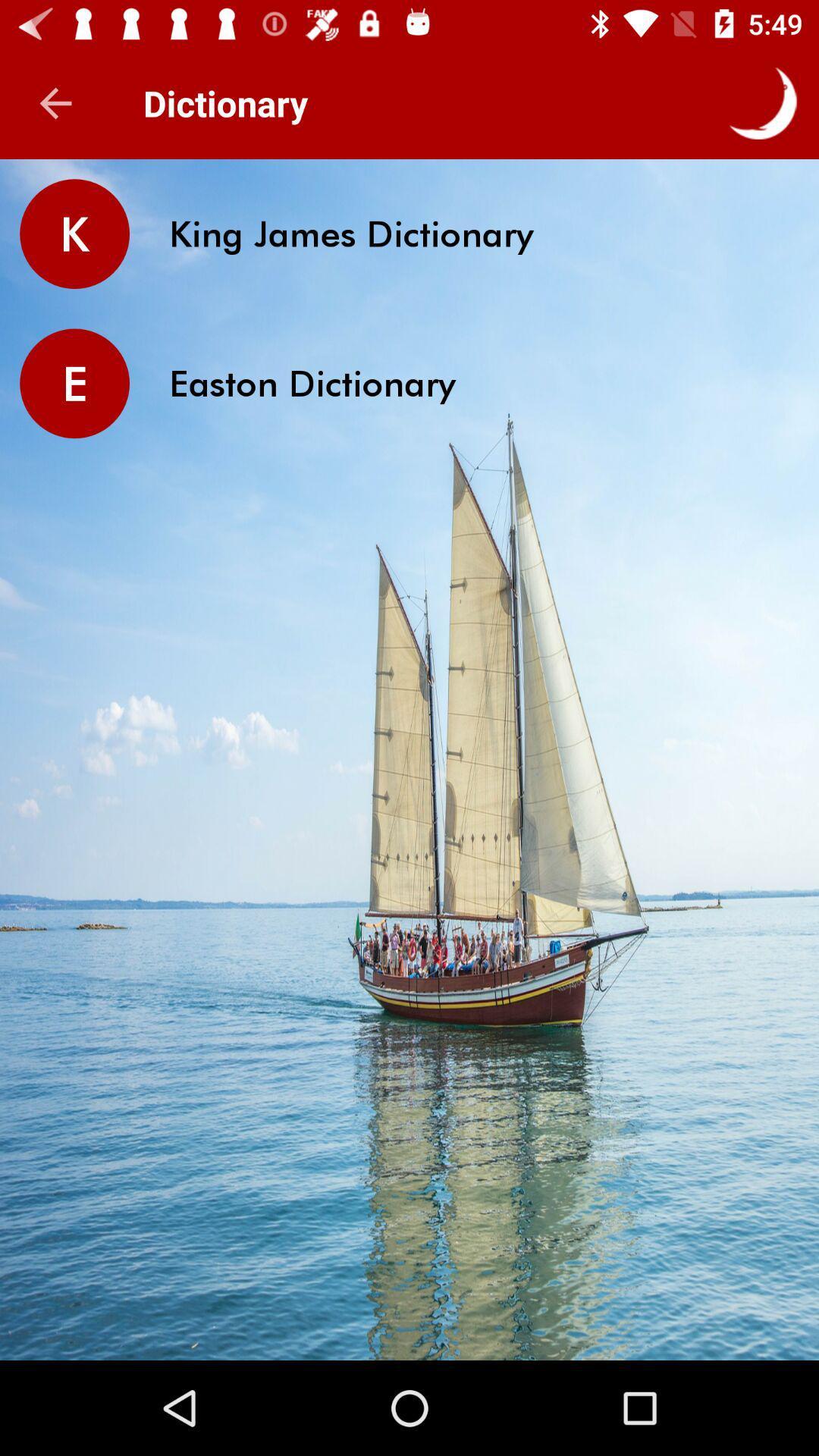 This screenshot has height=1456, width=819. I want to click on advertisement page, so click(409, 1310).